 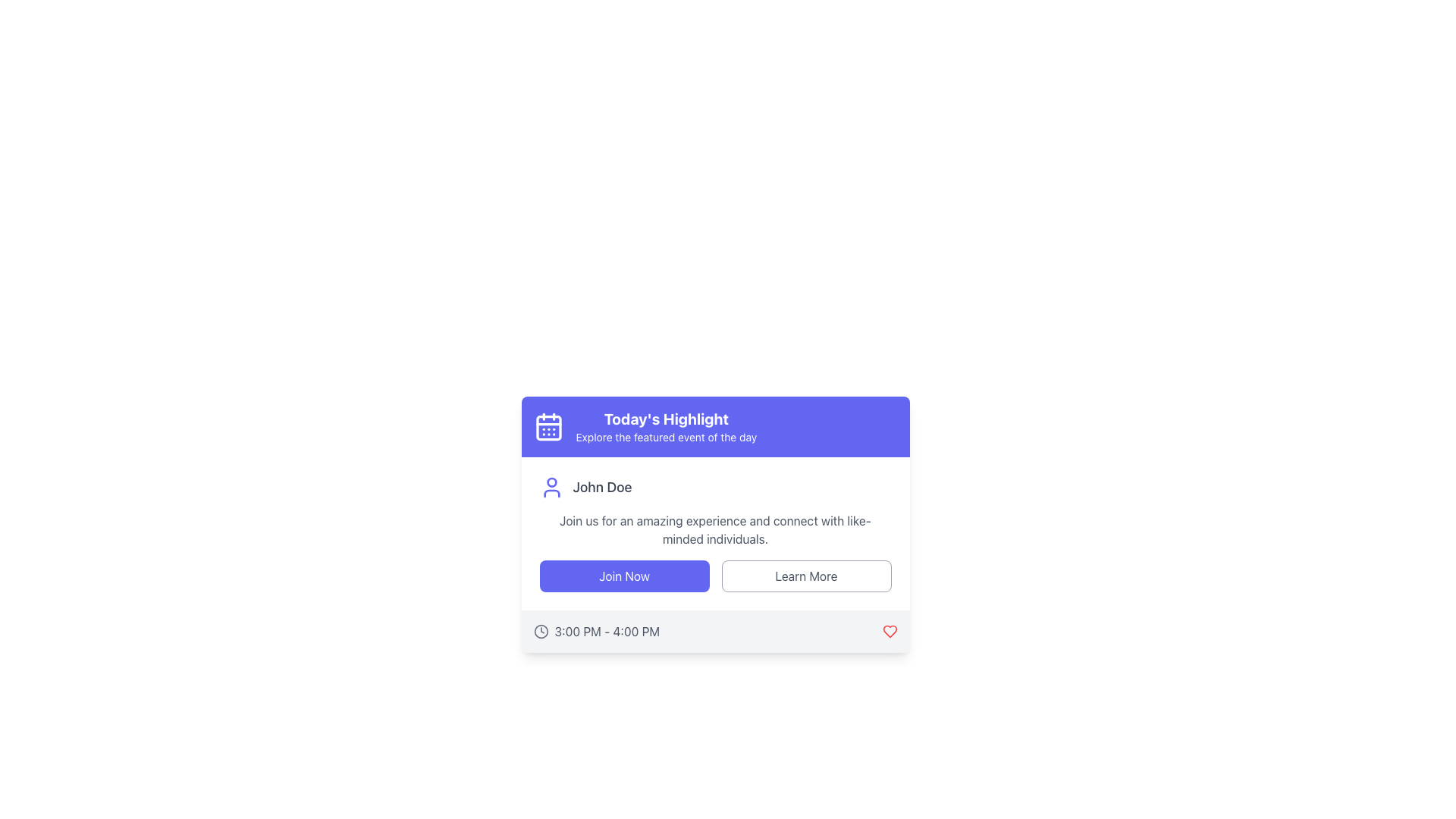 I want to click on the text label that reads 'John Doe' to select the name, so click(x=601, y=488).